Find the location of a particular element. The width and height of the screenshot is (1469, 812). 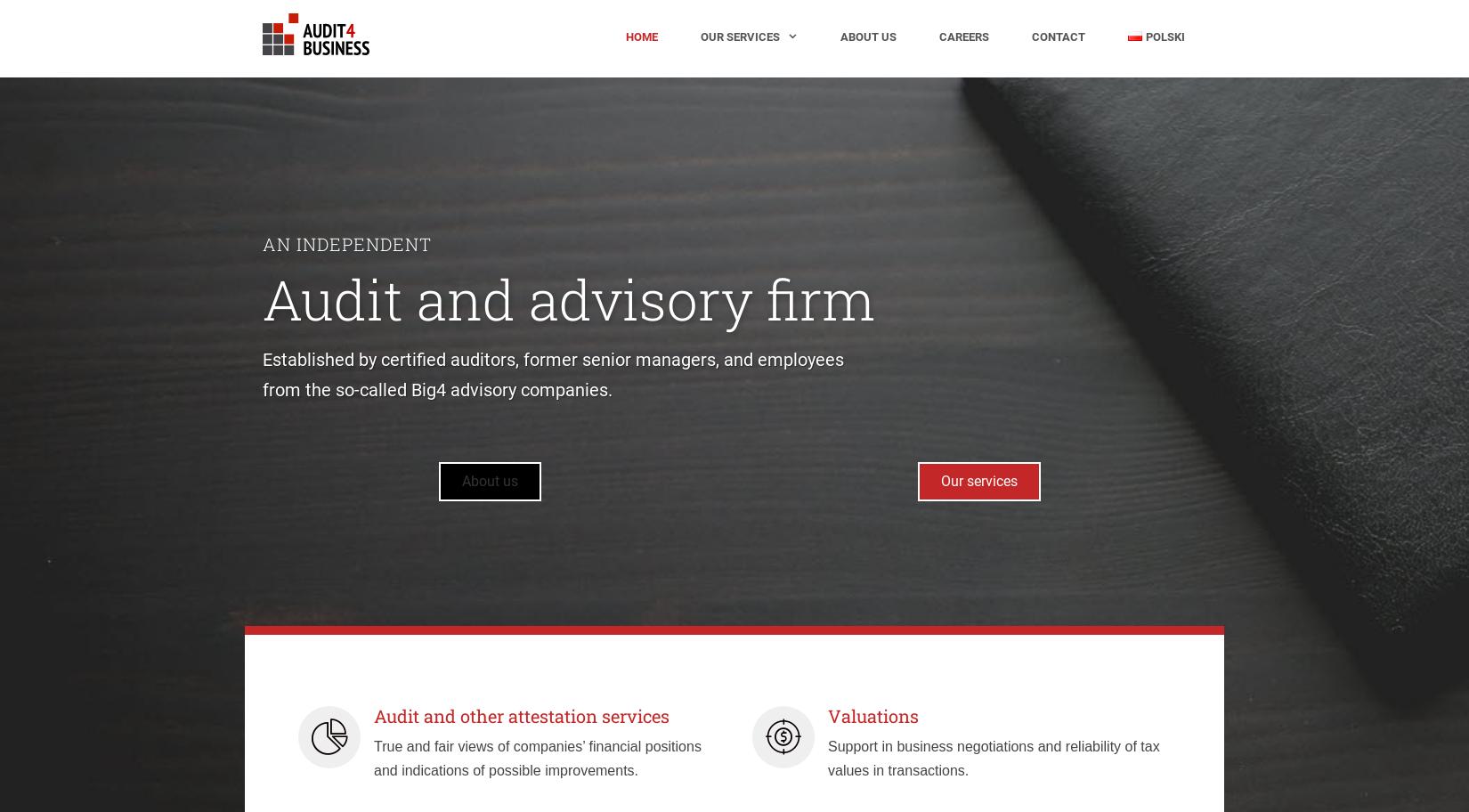

'About us' is located at coordinates (488, 481).